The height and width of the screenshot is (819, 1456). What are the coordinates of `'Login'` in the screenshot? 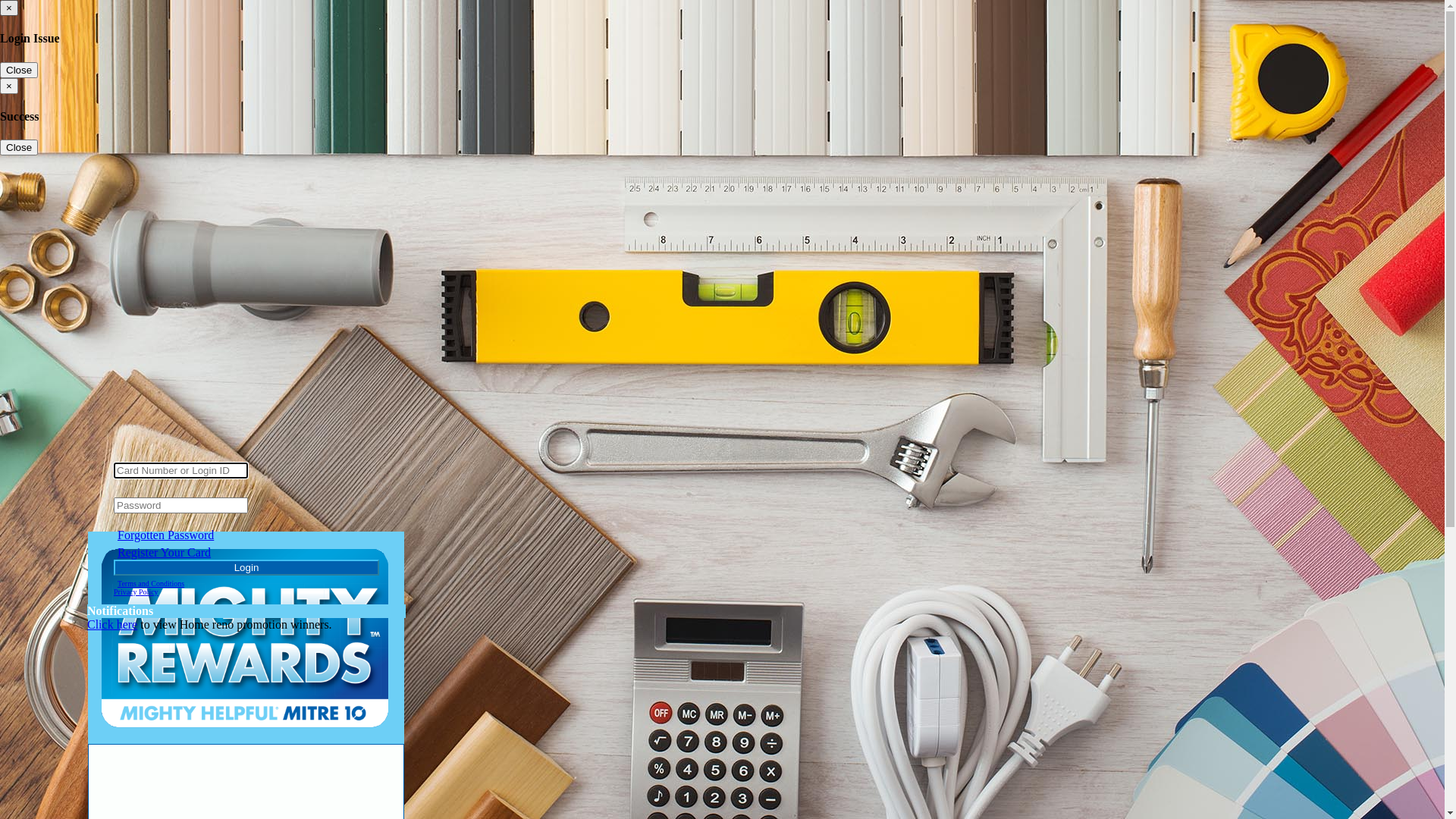 It's located at (112, 567).